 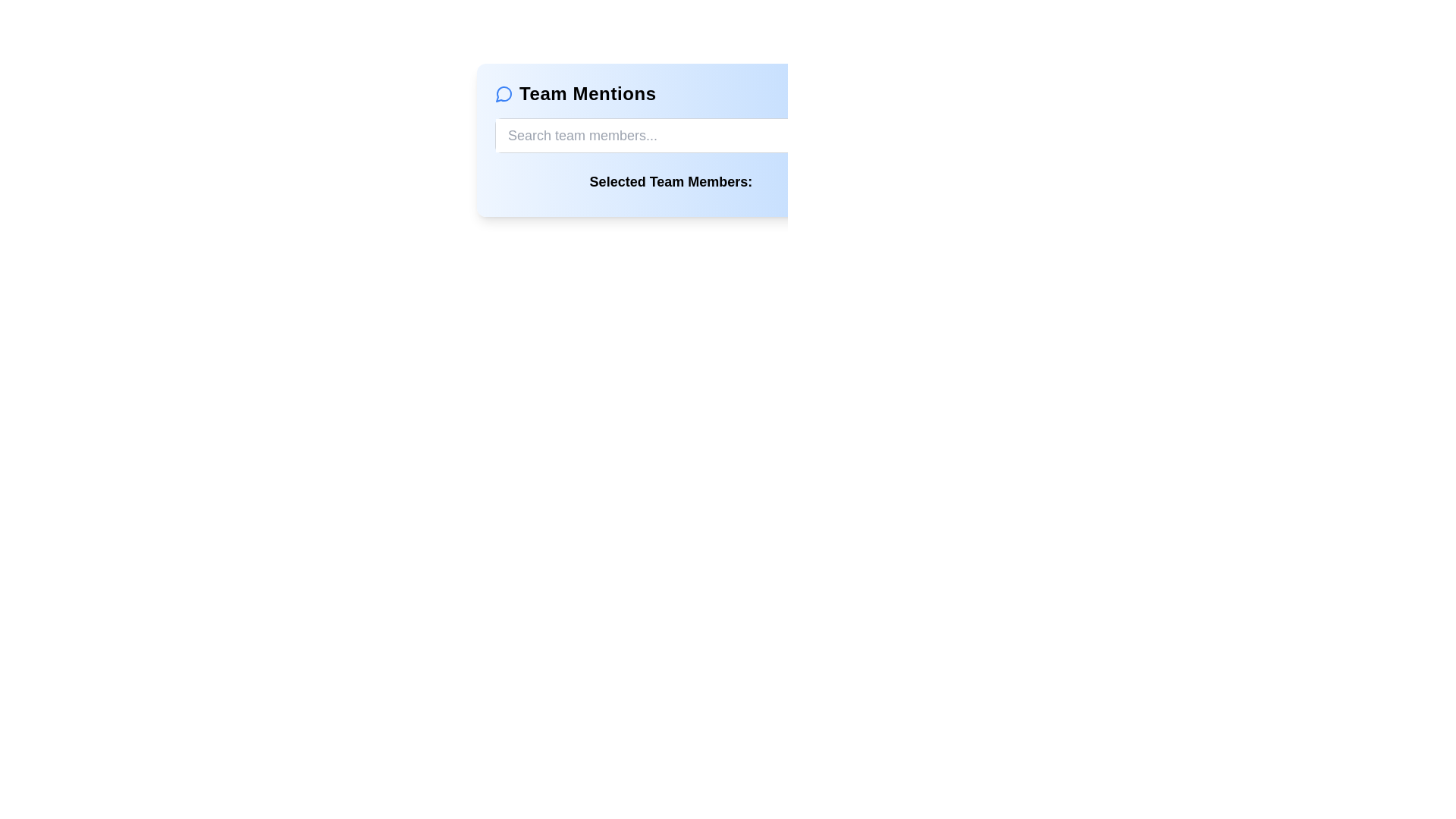 What do you see at coordinates (670, 180) in the screenshot?
I see `the bold text label 'Selected Team Members:' which is styled as a section title, located slightly below the 'Search team members...' input field` at bounding box center [670, 180].